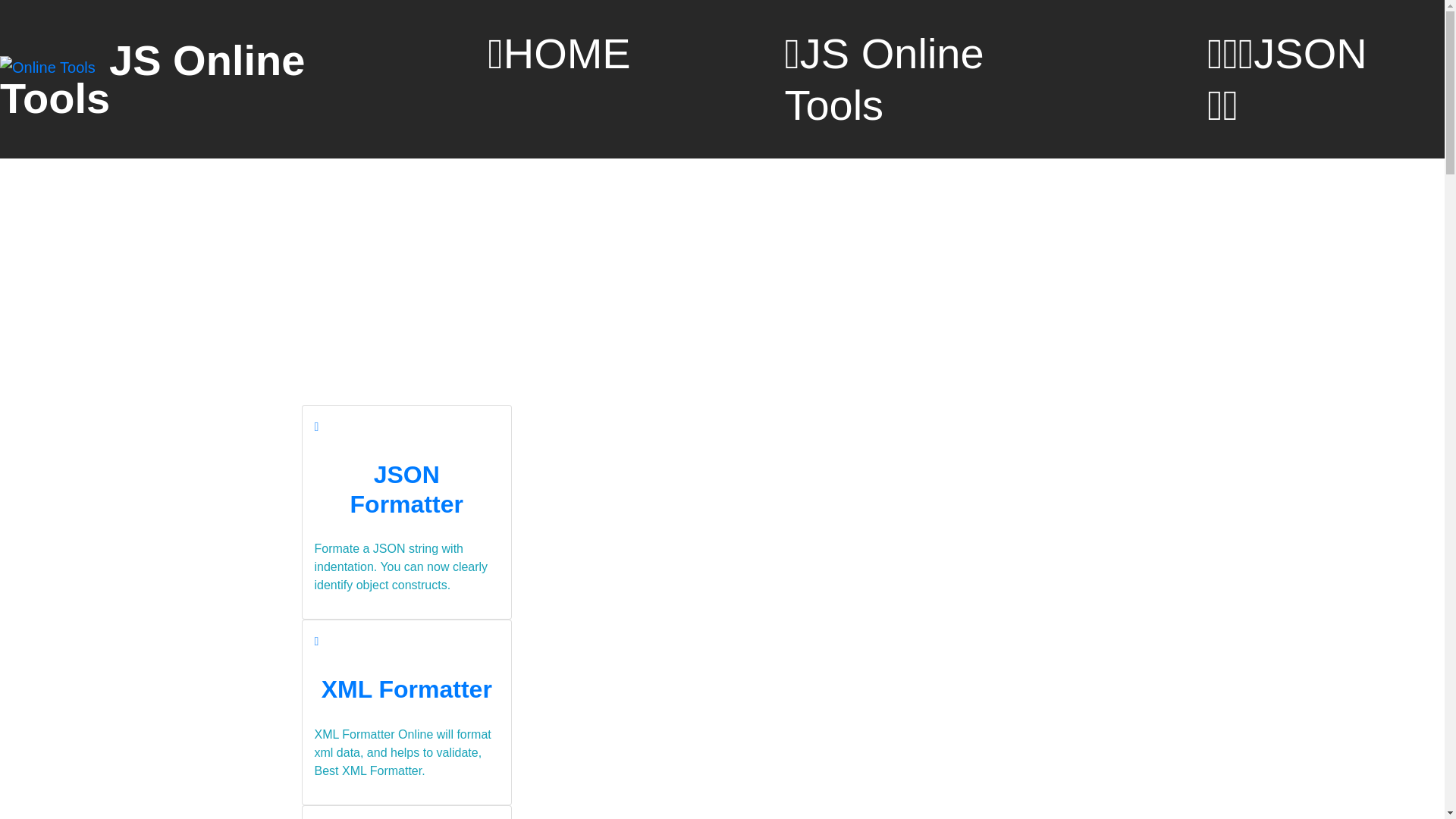 The width and height of the screenshot is (1456, 819). What do you see at coordinates (406, 689) in the screenshot?
I see `'XML Formatter'` at bounding box center [406, 689].